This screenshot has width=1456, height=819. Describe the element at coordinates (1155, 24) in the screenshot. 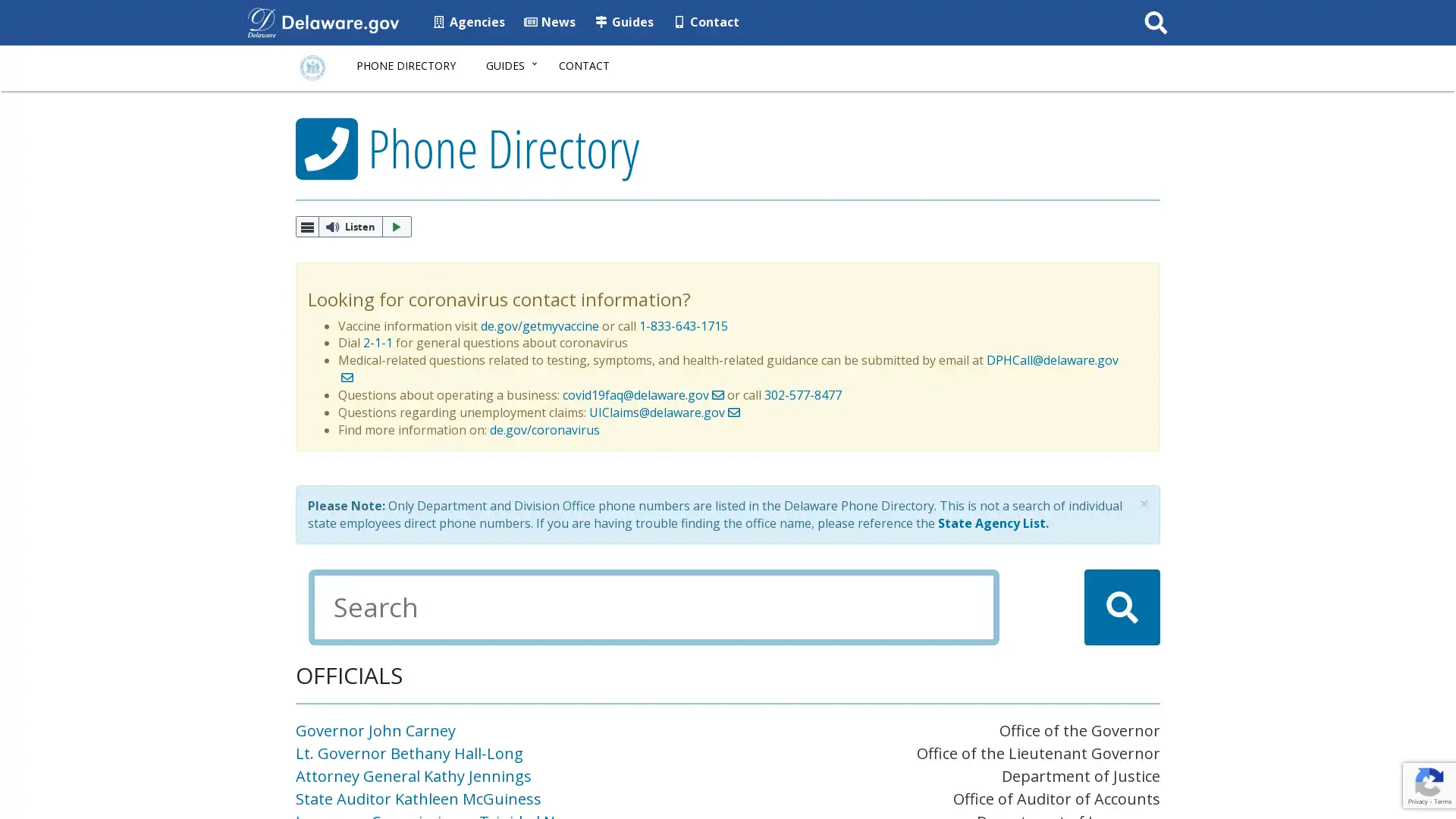

I see `Submit` at that location.